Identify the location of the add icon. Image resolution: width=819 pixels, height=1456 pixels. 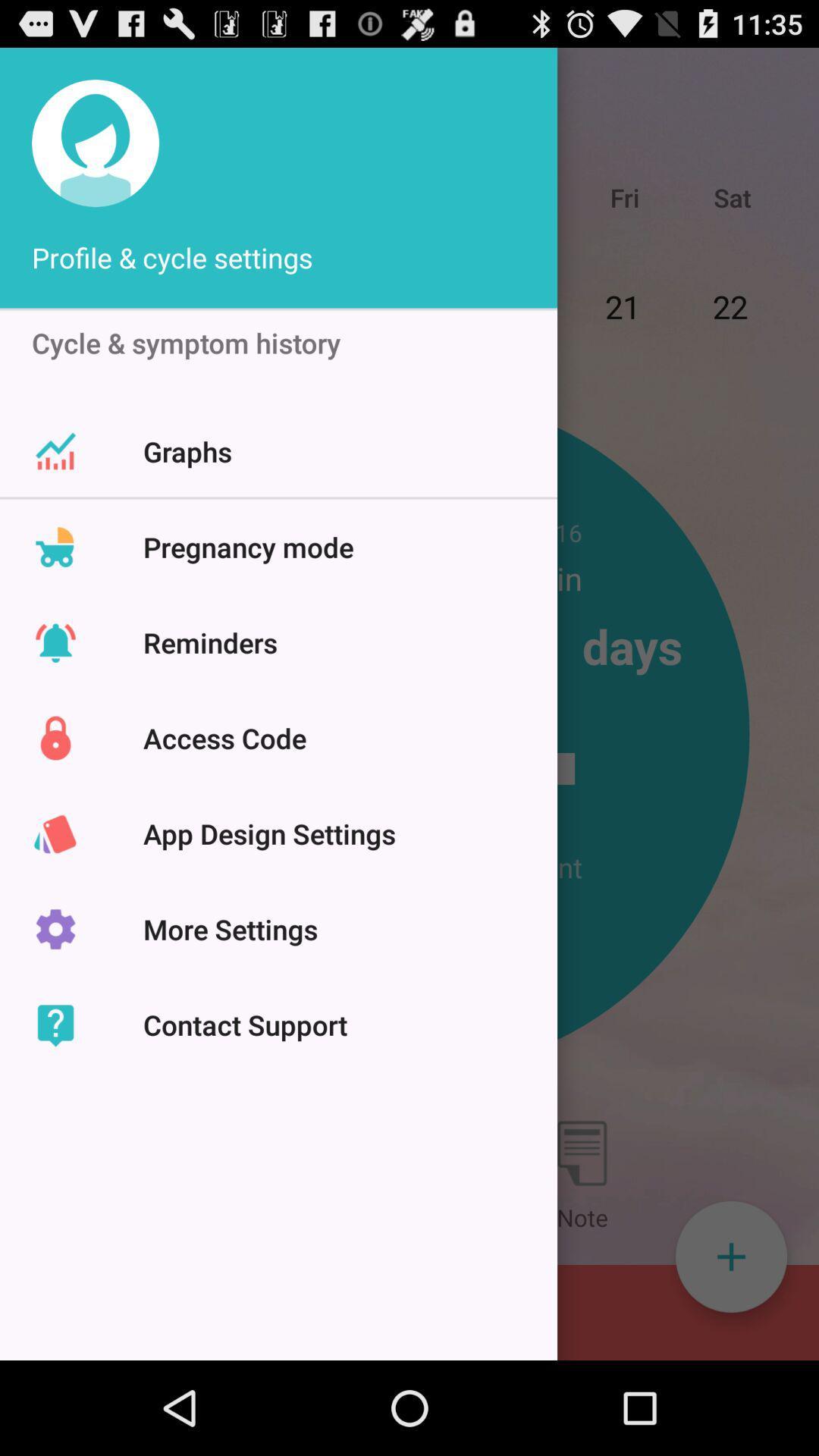
(730, 1345).